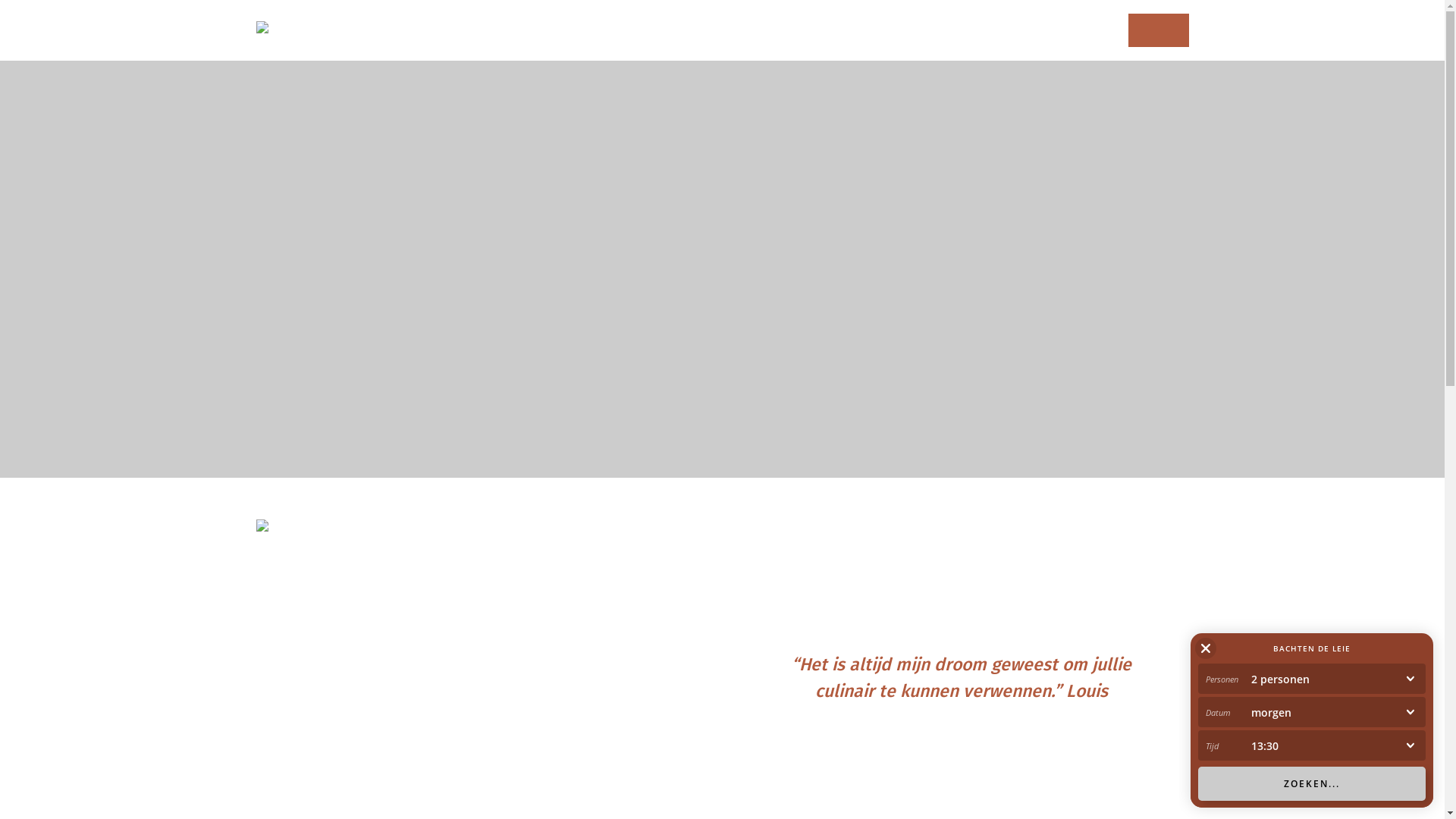  What do you see at coordinates (1157, 30) in the screenshot?
I see `'056 18 57 99'` at bounding box center [1157, 30].